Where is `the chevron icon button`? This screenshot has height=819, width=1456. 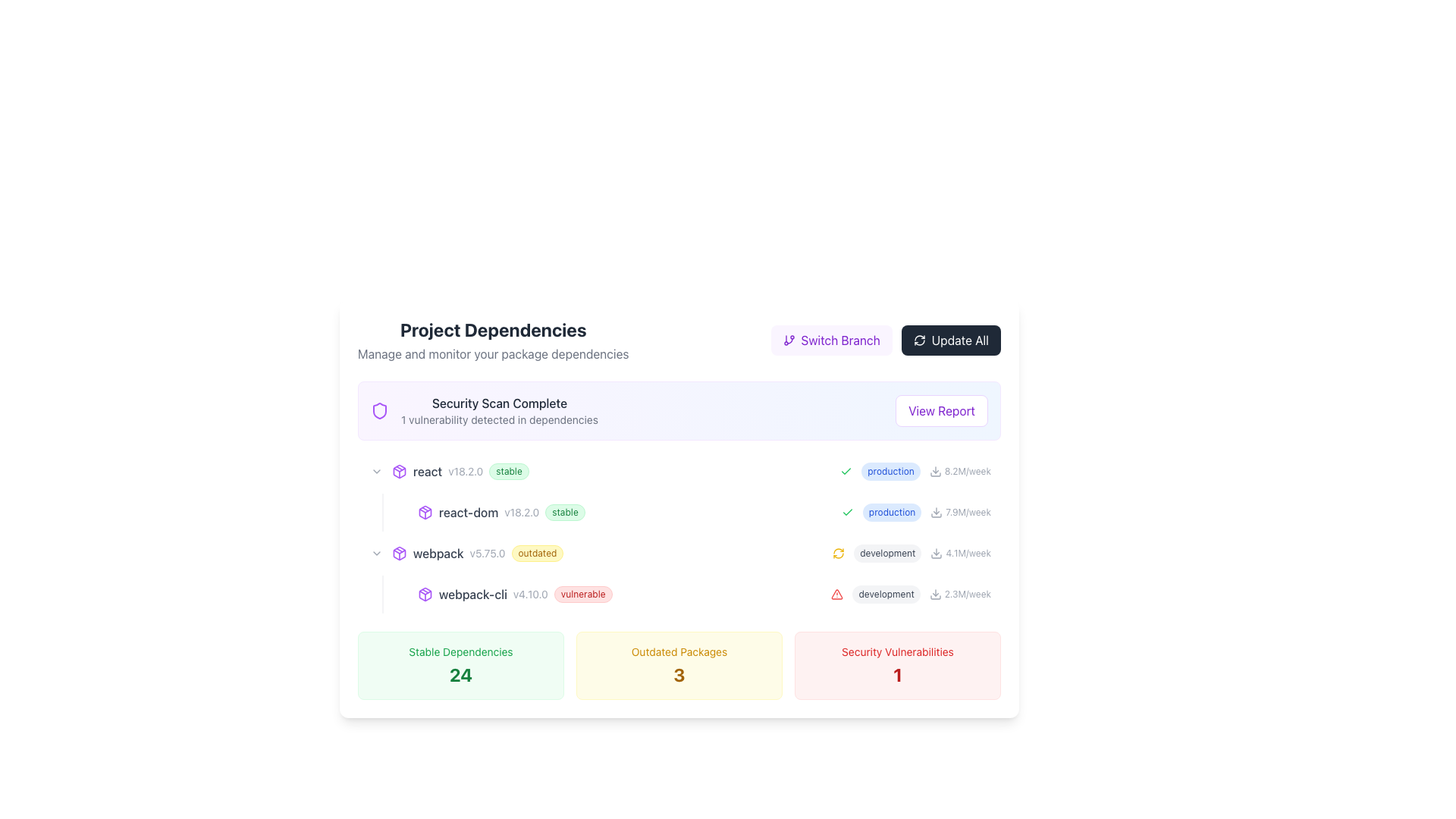 the chevron icon button is located at coordinates (377, 553).